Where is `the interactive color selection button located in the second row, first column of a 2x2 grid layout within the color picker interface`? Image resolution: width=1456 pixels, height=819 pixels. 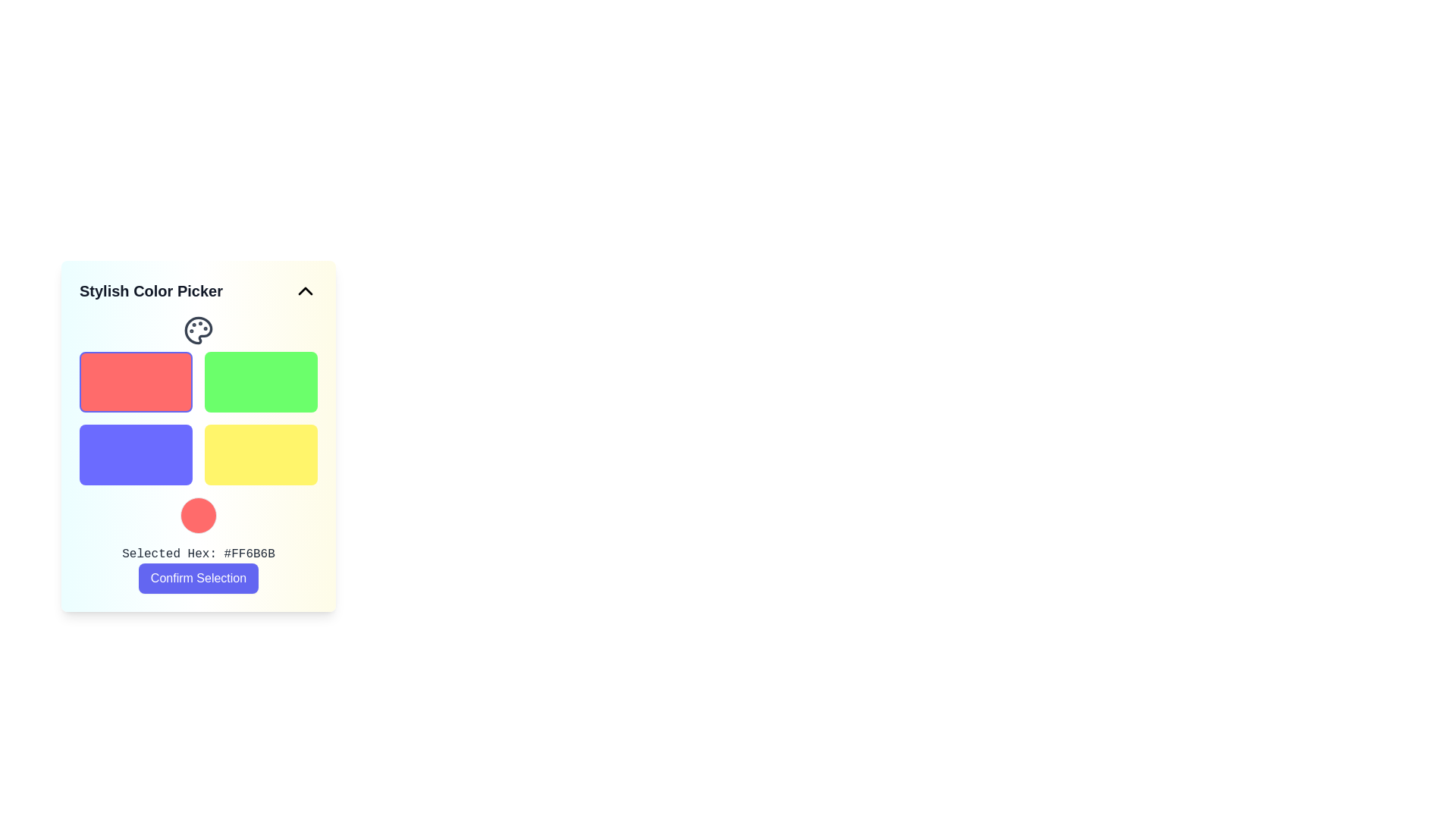
the interactive color selection button located in the second row, first column of a 2x2 grid layout within the color picker interface is located at coordinates (136, 454).